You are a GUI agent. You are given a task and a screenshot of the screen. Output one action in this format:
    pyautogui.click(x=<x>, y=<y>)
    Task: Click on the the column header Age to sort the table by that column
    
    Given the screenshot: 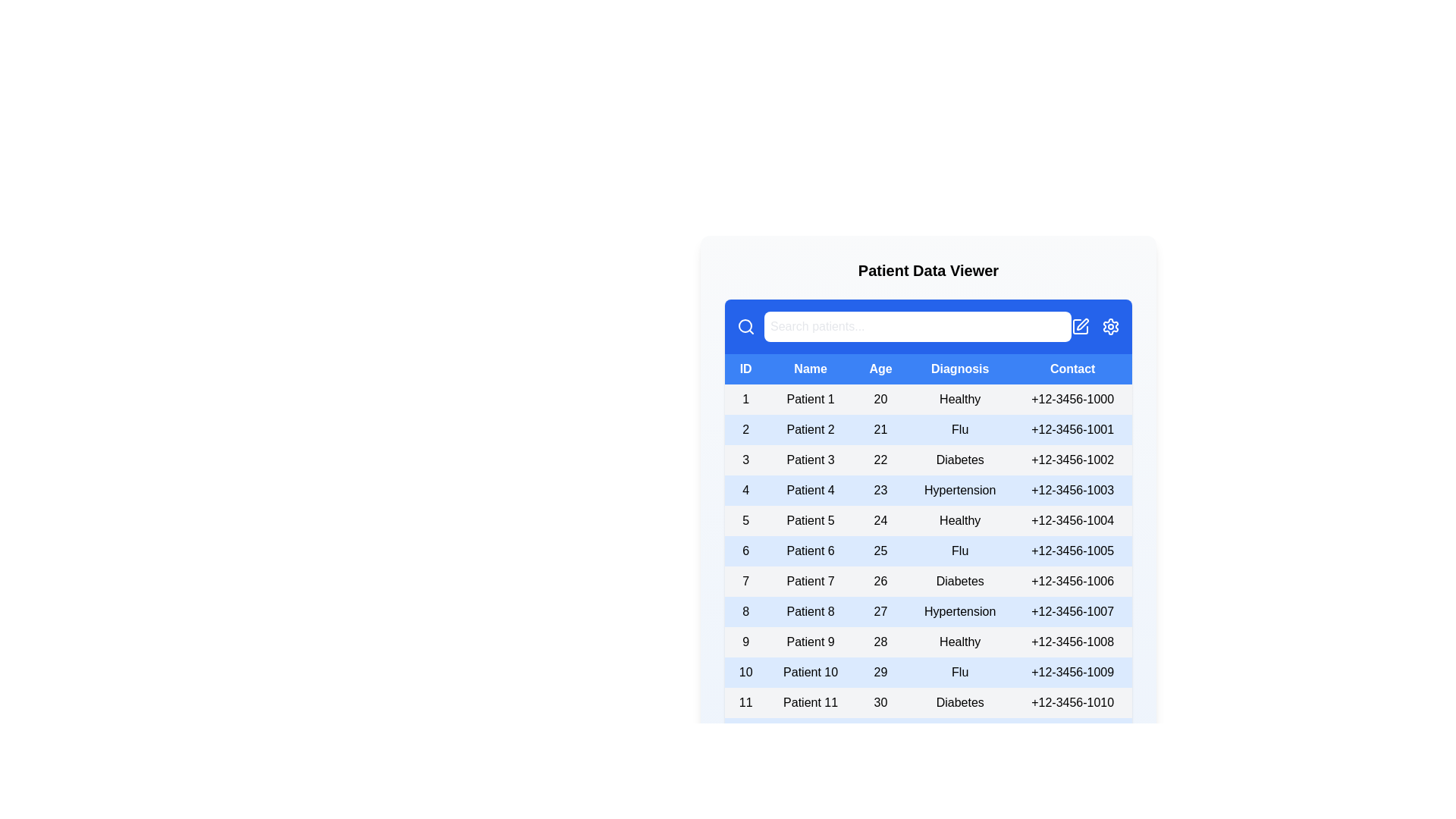 What is the action you would take?
    pyautogui.click(x=880, y=369)
    